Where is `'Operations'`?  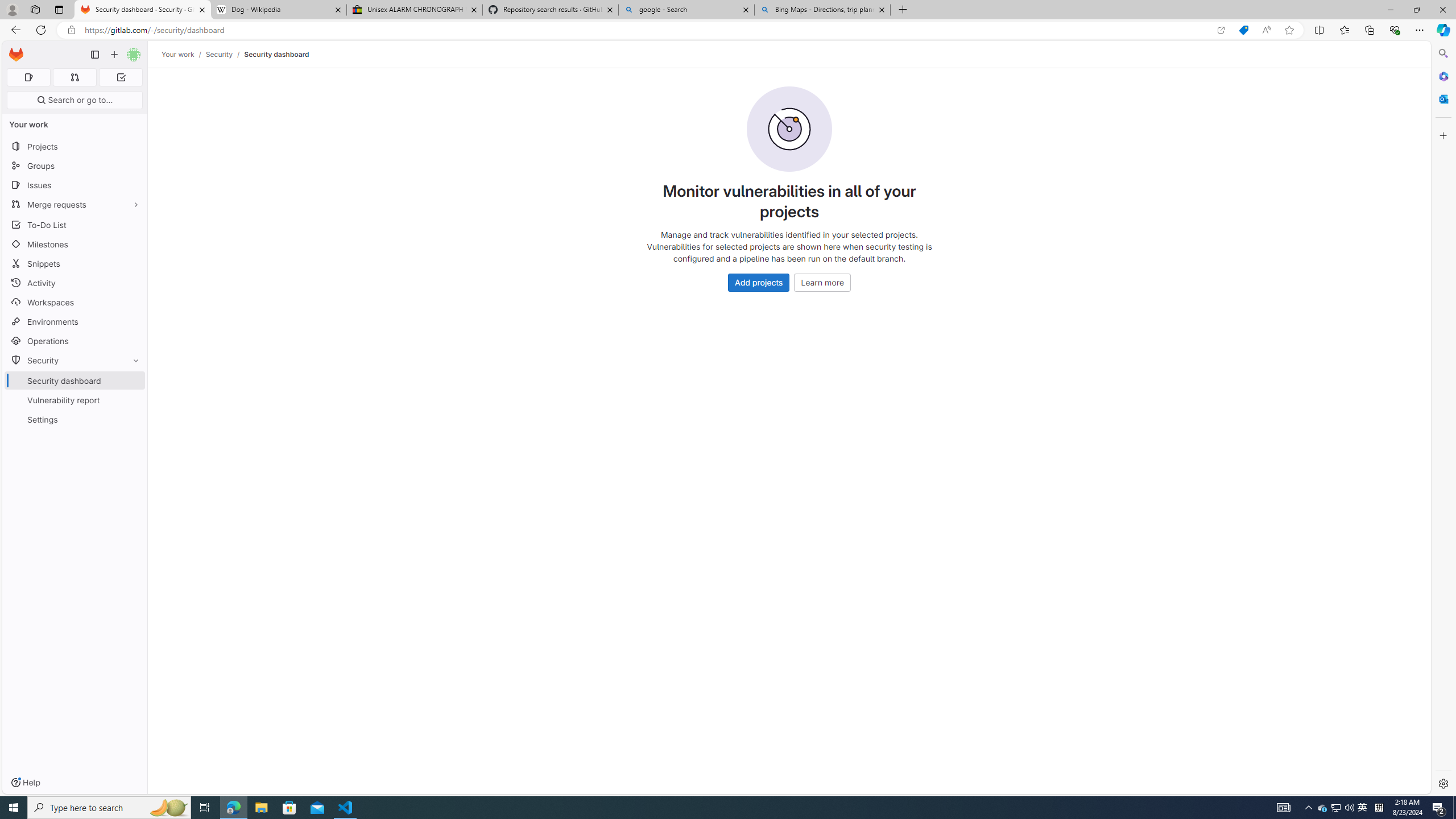
'Operations' is located at coordinates (74, 340).